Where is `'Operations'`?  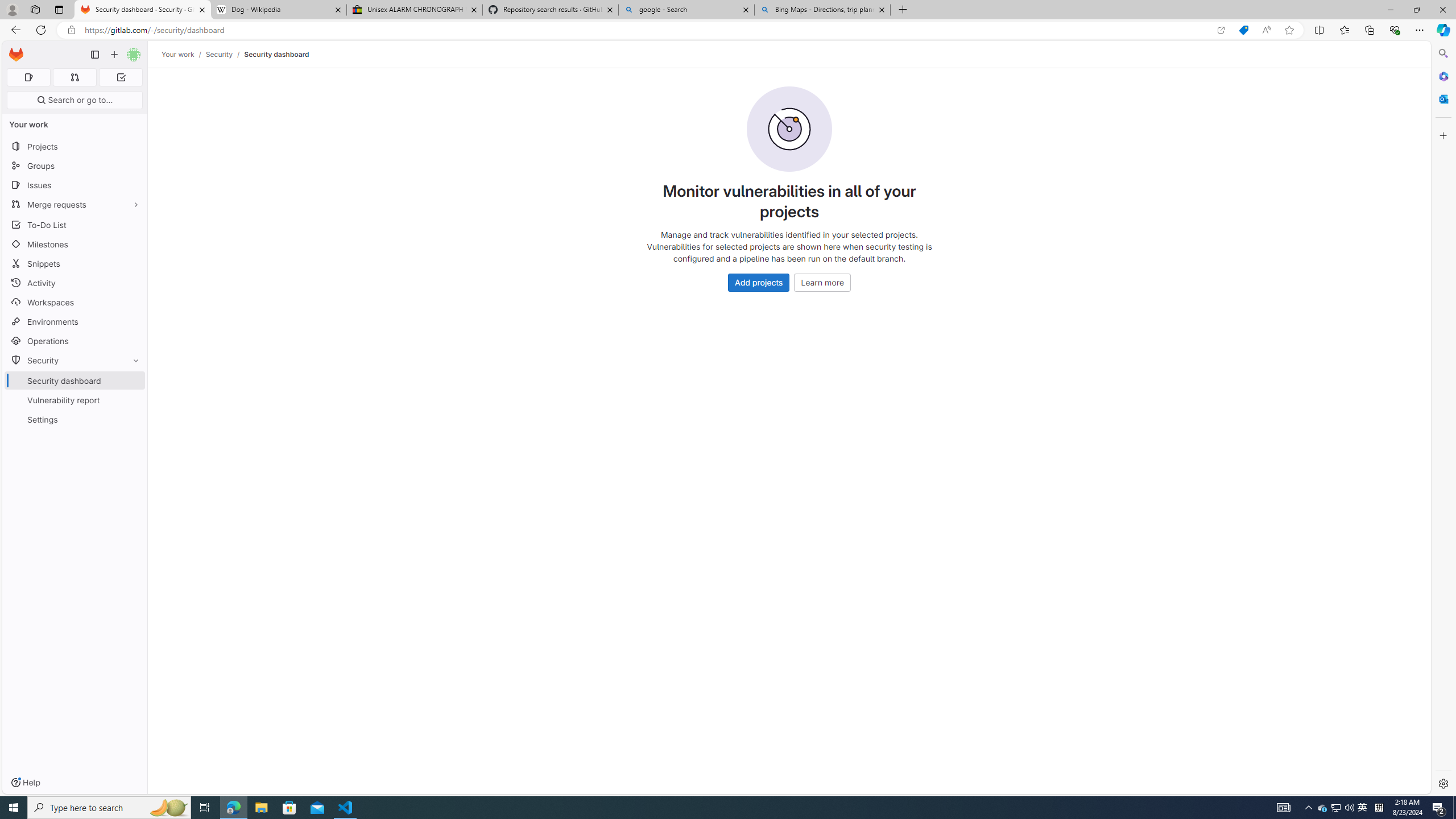
'Operations' is located at coordinates (74, 340).